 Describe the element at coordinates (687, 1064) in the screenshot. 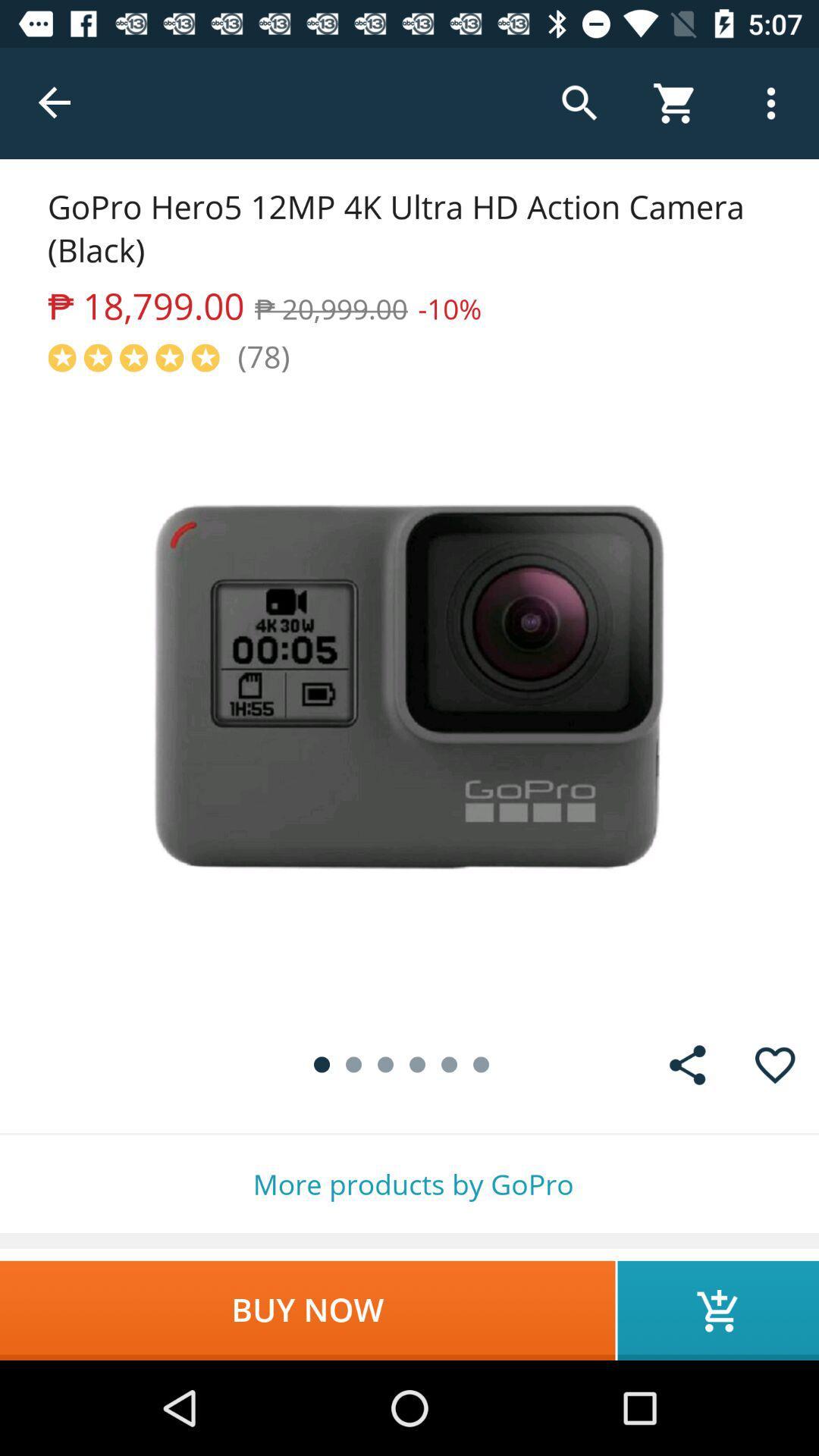

I see `copy link to item` at that location.